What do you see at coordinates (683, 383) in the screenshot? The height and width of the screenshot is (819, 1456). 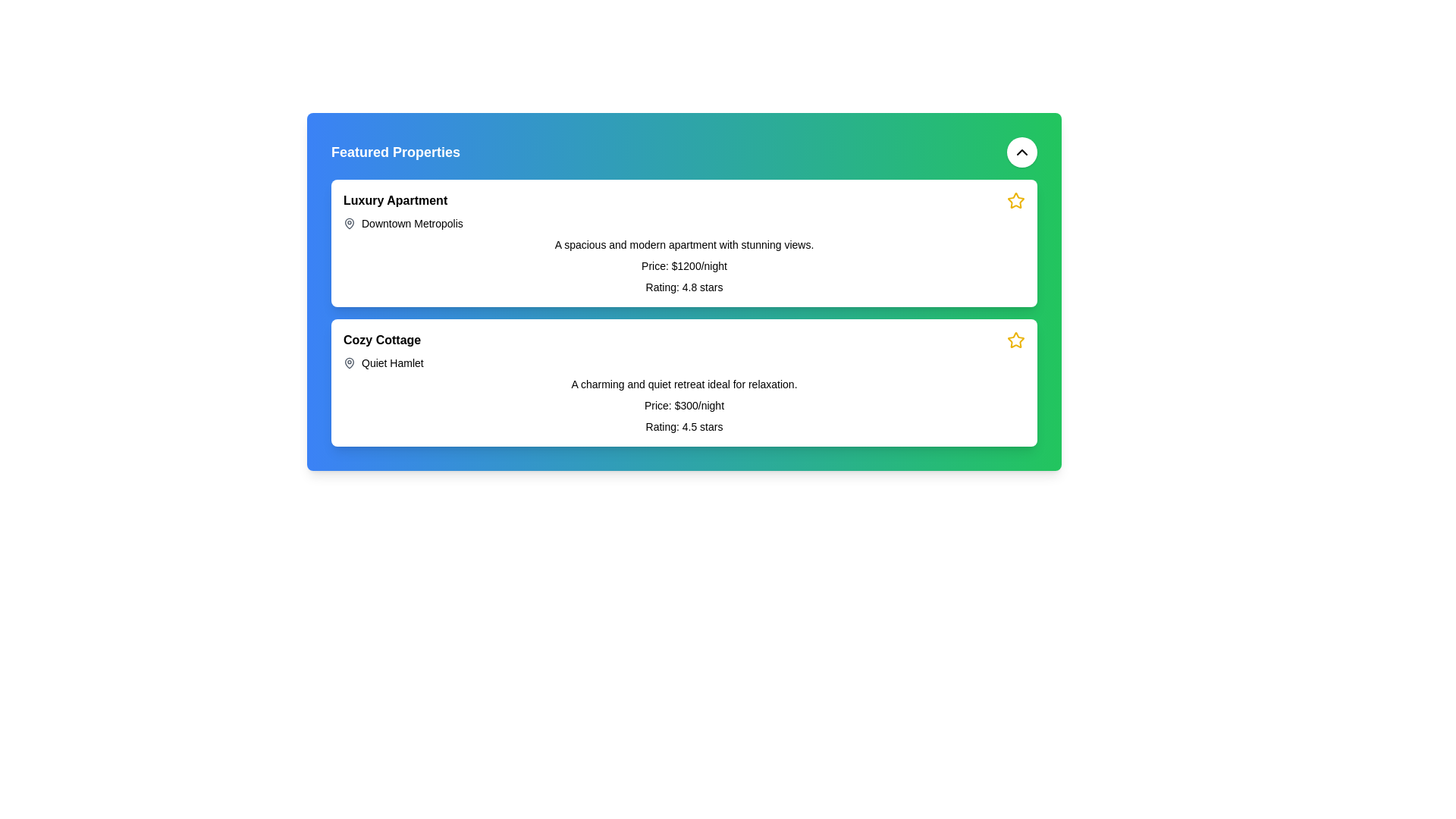 I see `descriptive text element located within the 'Cozy Cottage' section, positioned below the subtitle 'Quiet Hamlet'` at bounding box center [683, 383].